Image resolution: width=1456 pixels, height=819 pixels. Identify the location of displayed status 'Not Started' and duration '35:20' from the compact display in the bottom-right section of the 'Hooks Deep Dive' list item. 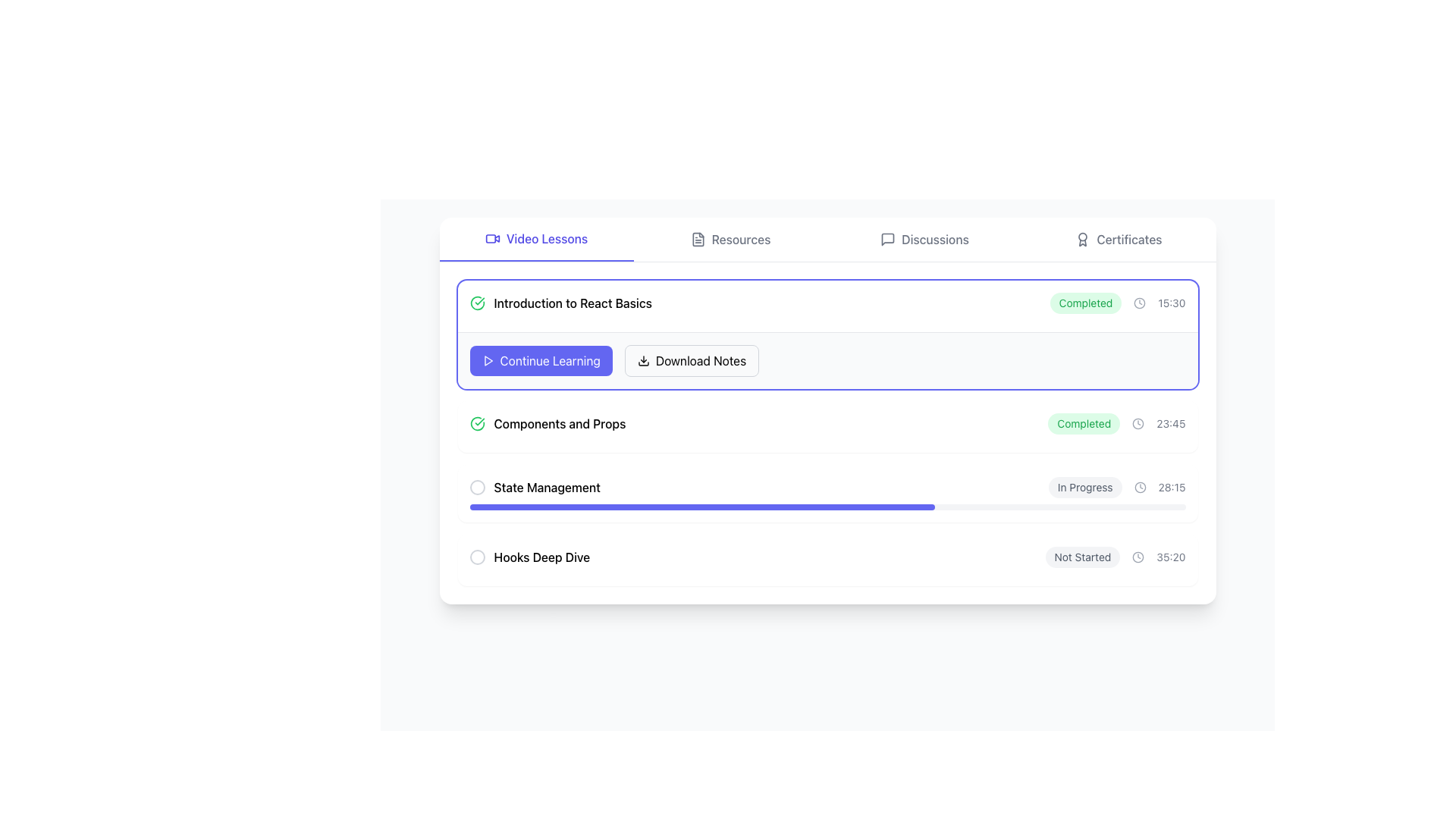
(1116, 557).